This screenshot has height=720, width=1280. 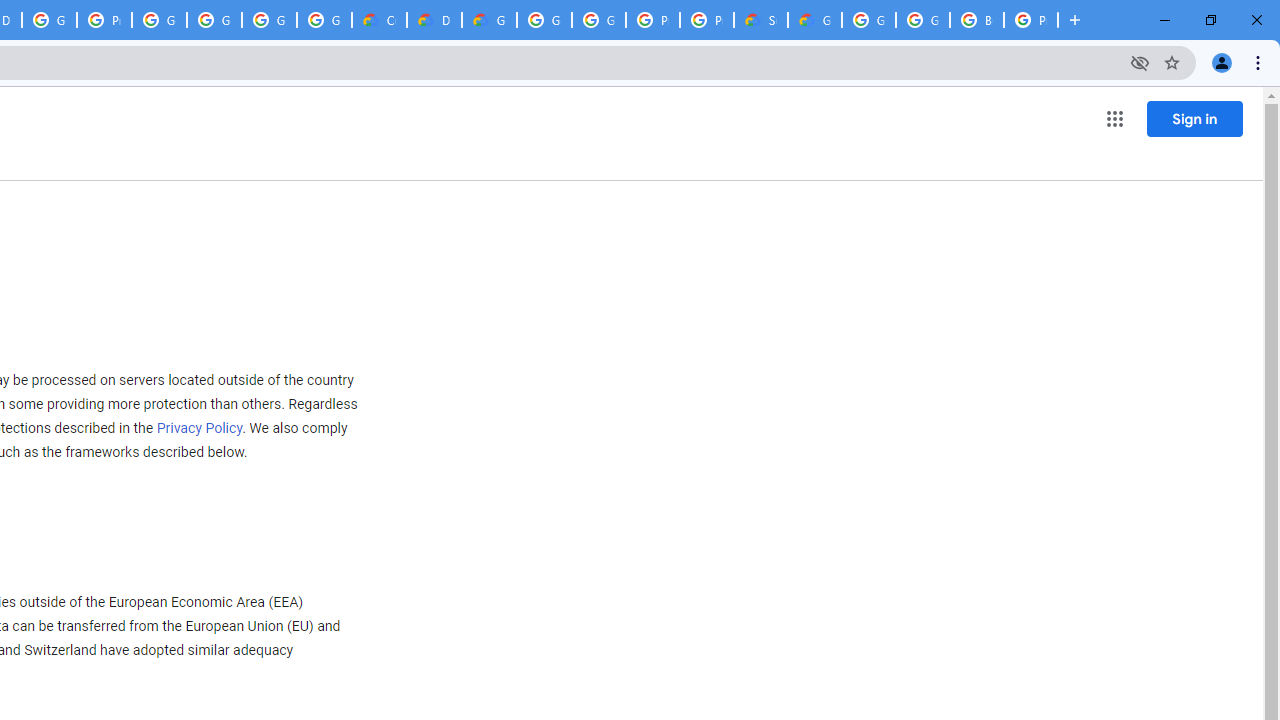 I want to click on 'Google Cloud Platform', so click(x=544, y=20).